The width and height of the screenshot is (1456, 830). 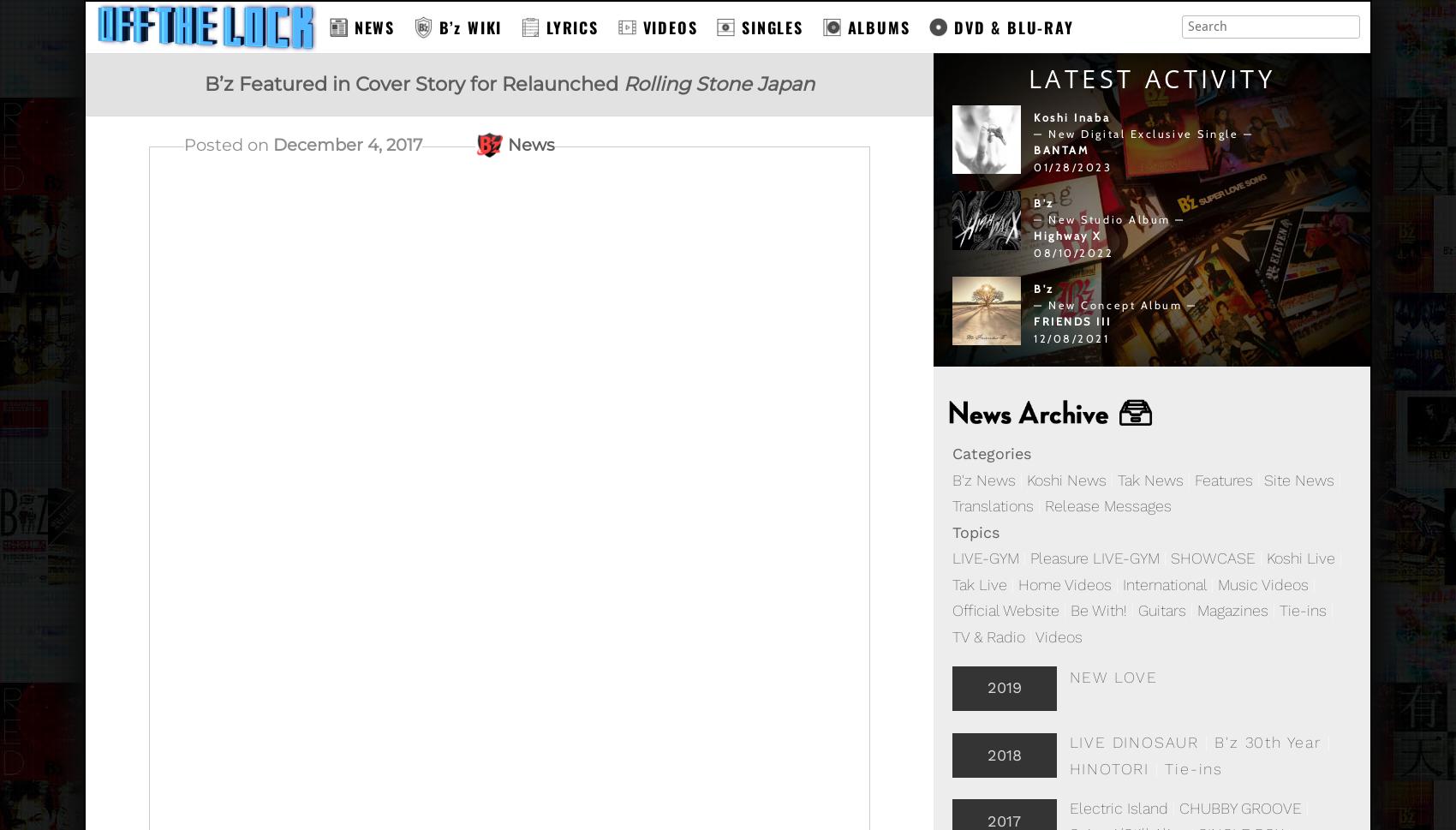 What do you see at coordinates (988, 636) in the screenshot?
I see `'TV & Radio'` at bounding box center [988, 636].